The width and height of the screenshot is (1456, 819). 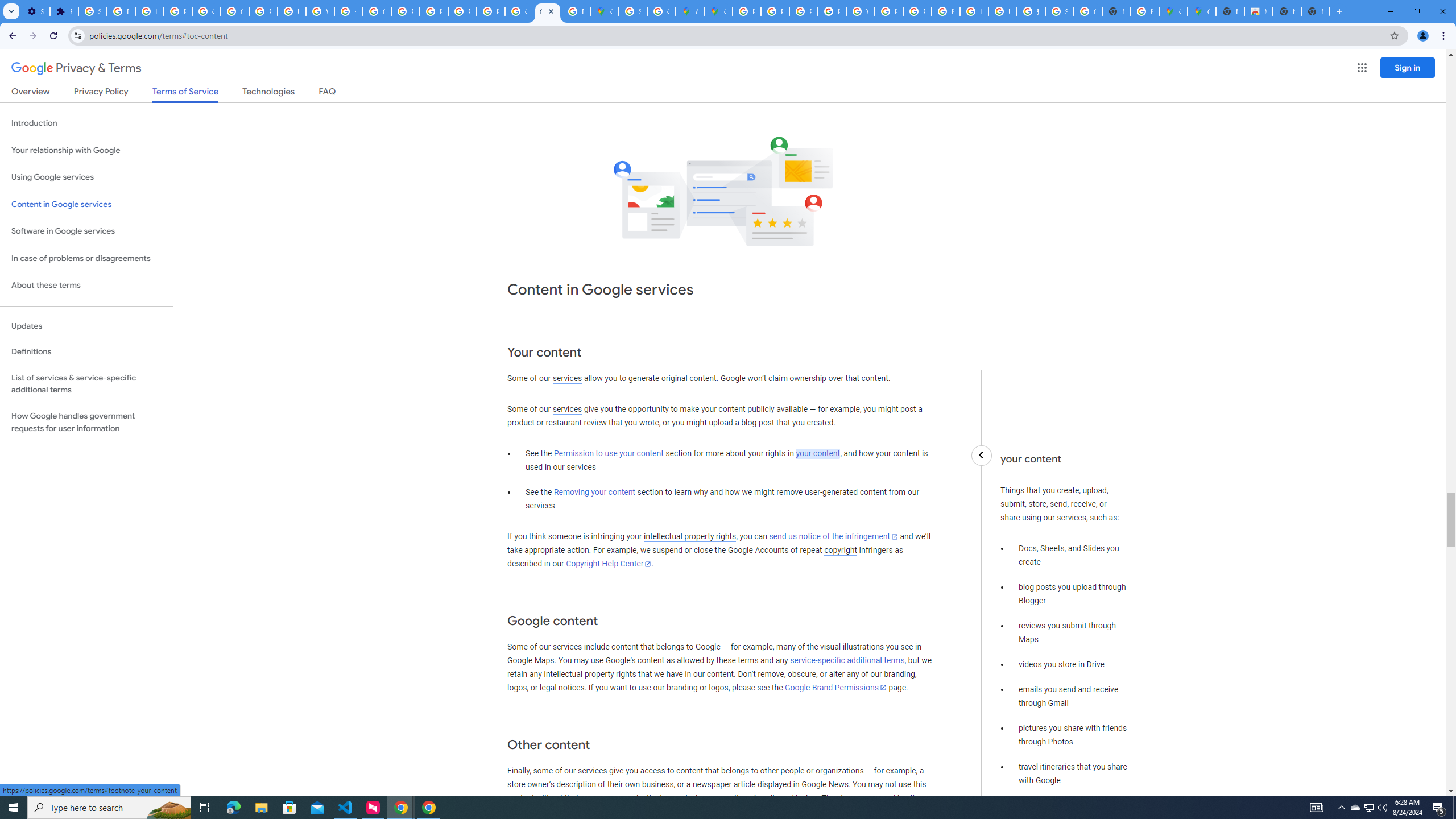 I want to click on 'Settings - On startup', so click(x=35, y=11).